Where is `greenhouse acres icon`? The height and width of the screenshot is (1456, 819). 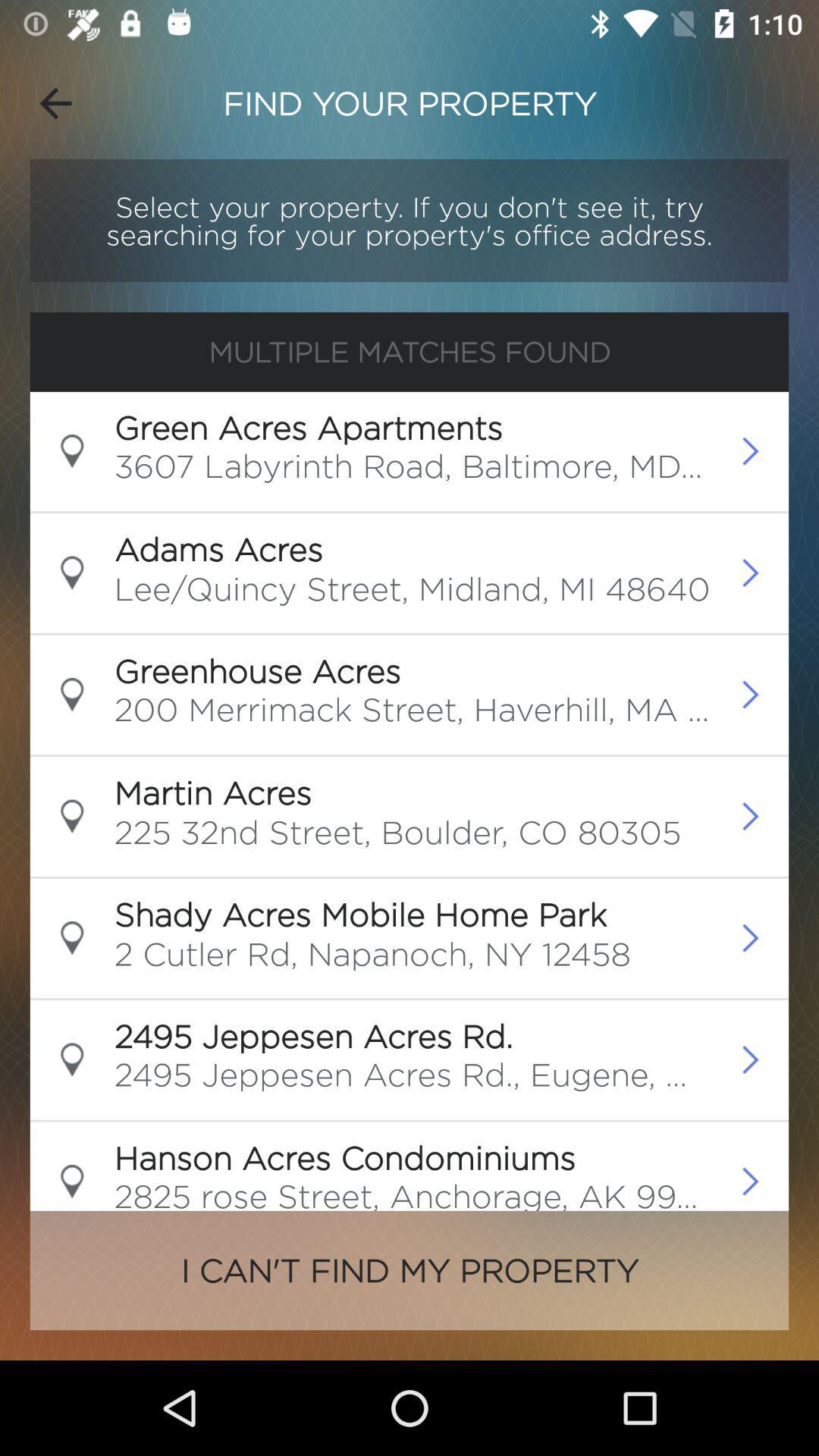
greenhouse acres icon is located at coordinates (256, 670).